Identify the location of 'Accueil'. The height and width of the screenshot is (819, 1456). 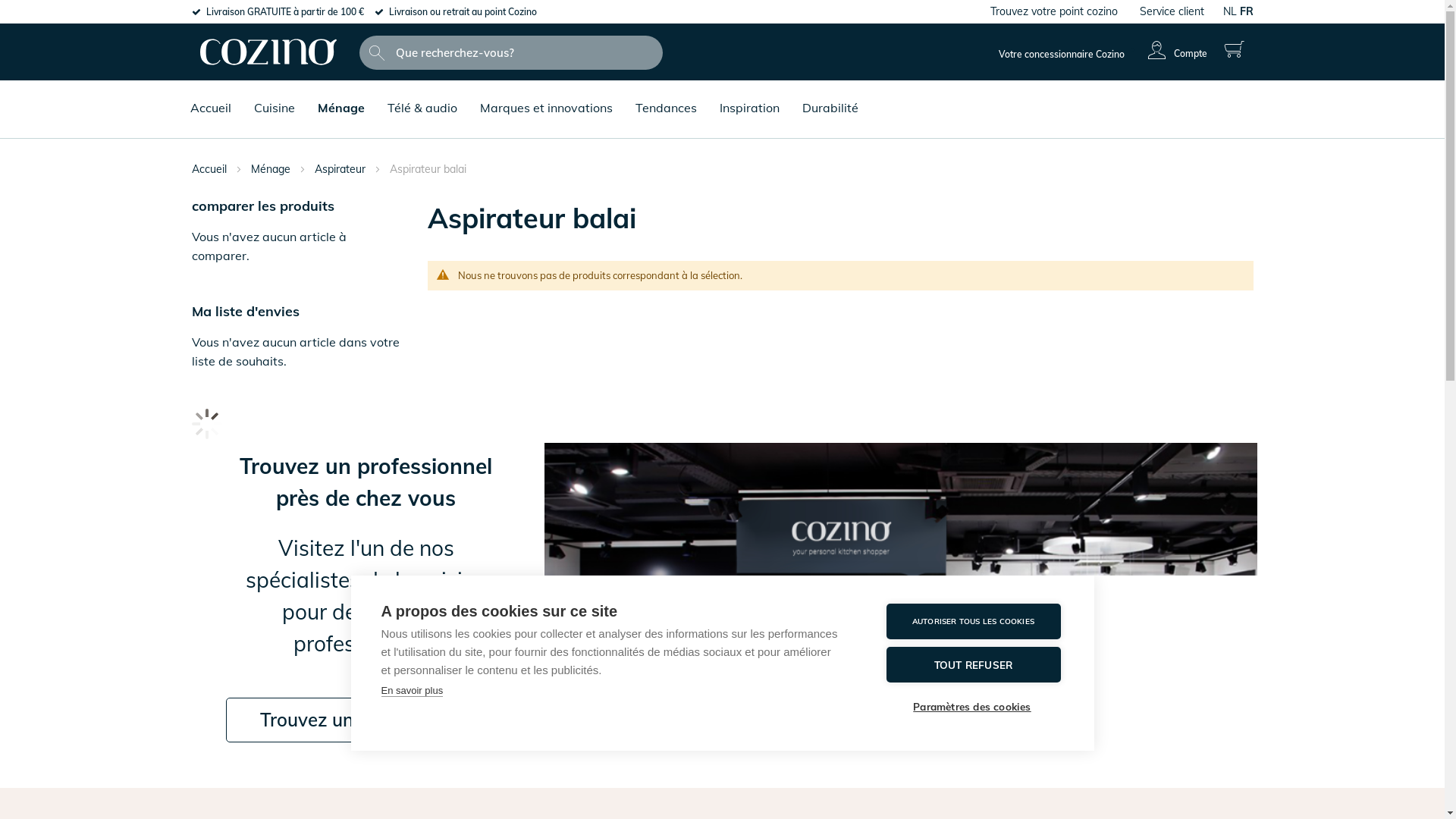
(209, 169).